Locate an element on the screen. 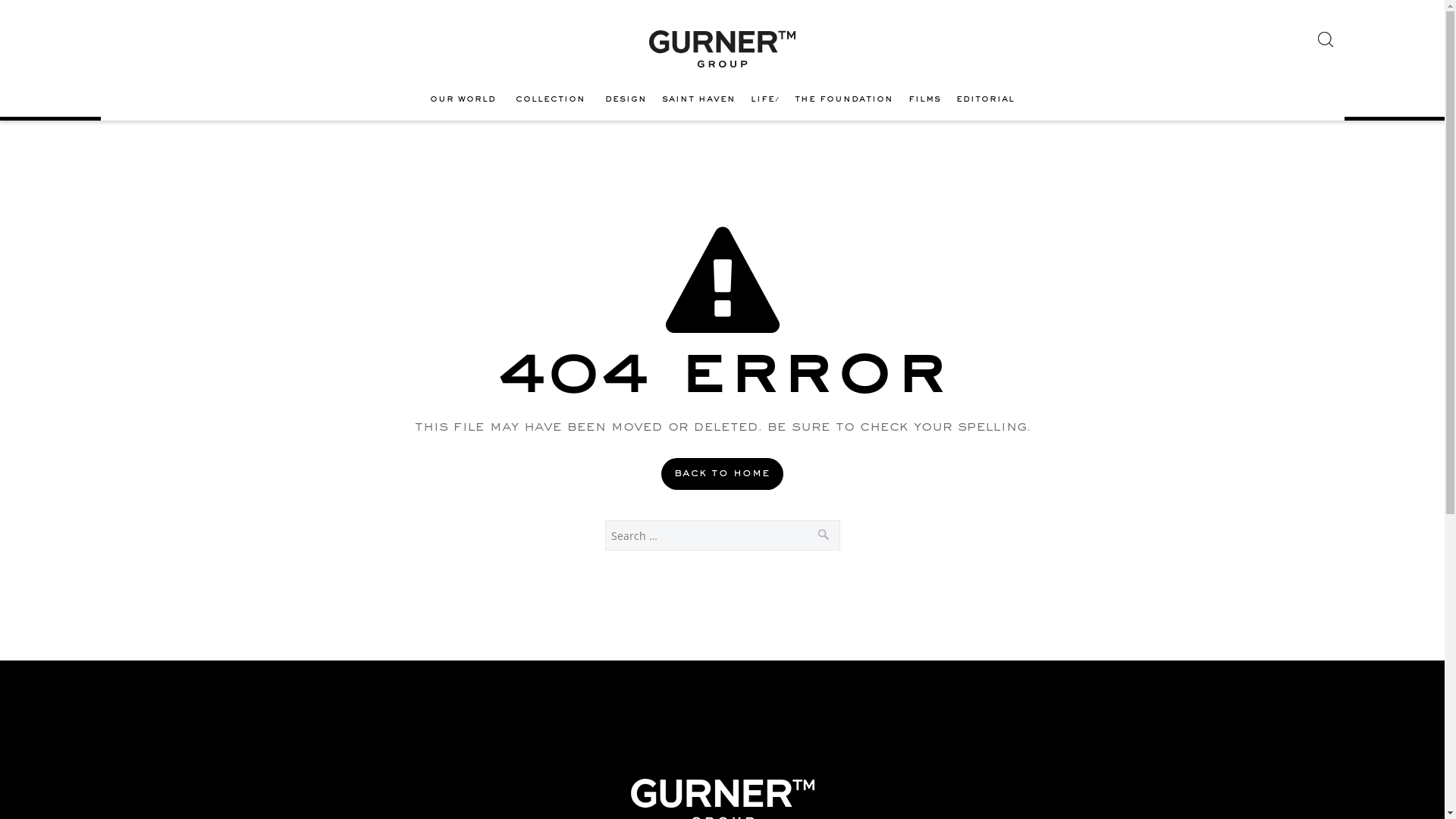 The height and width of the screenshot is (819, 1456). 'LIFE/' is located at coordinates (764, 99).